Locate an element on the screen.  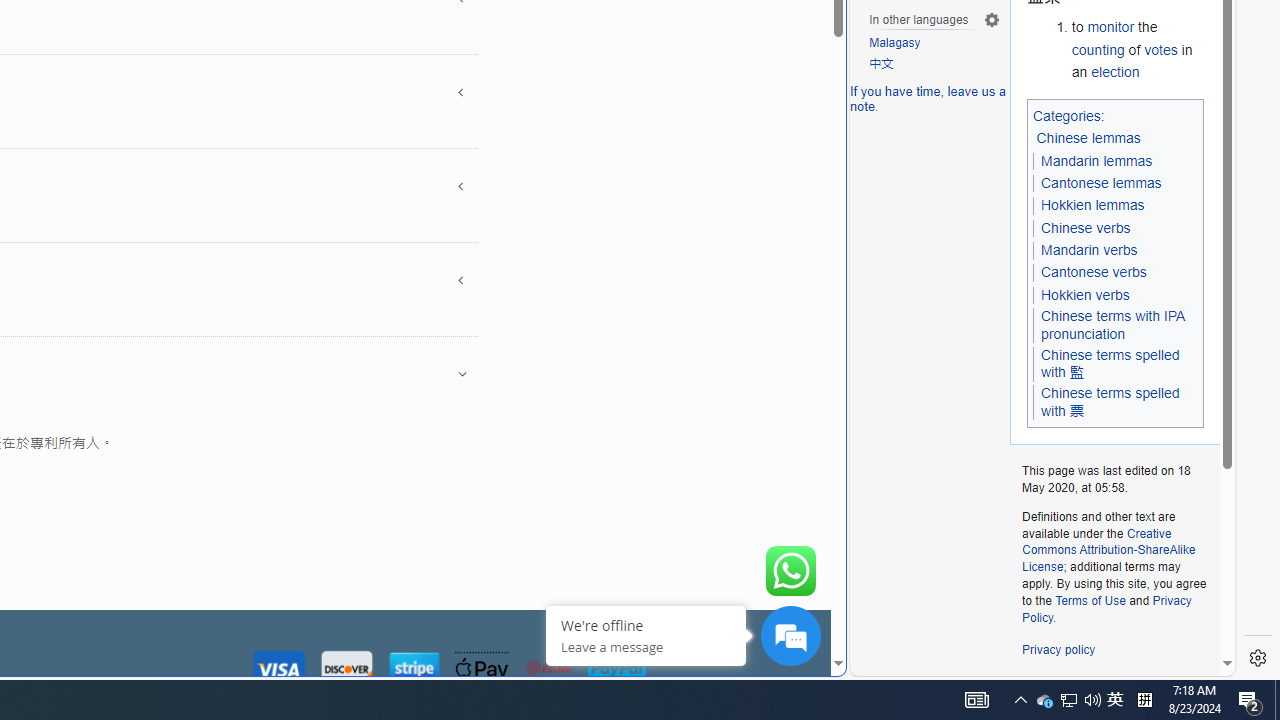
'Terms of Use' is located at coordinates (1089, 599).